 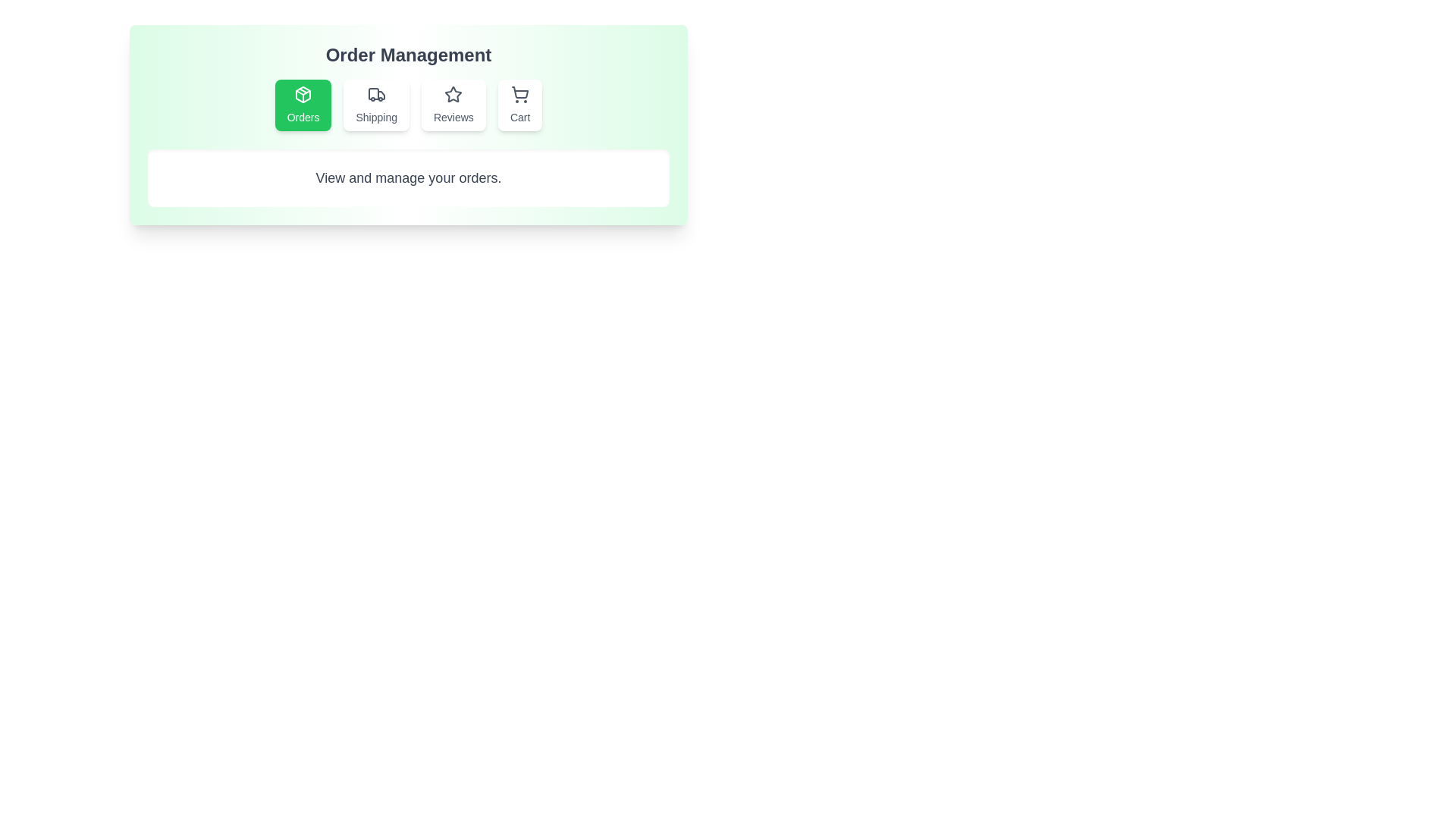 What do you see at coordinates (376, 116) in the screenshot?
I see `the 'Shipping' button, which is labeled by the text element that provides a description for shipping or delivery management, located under the 'Order Management' heading` at bounding box center [376, 116].